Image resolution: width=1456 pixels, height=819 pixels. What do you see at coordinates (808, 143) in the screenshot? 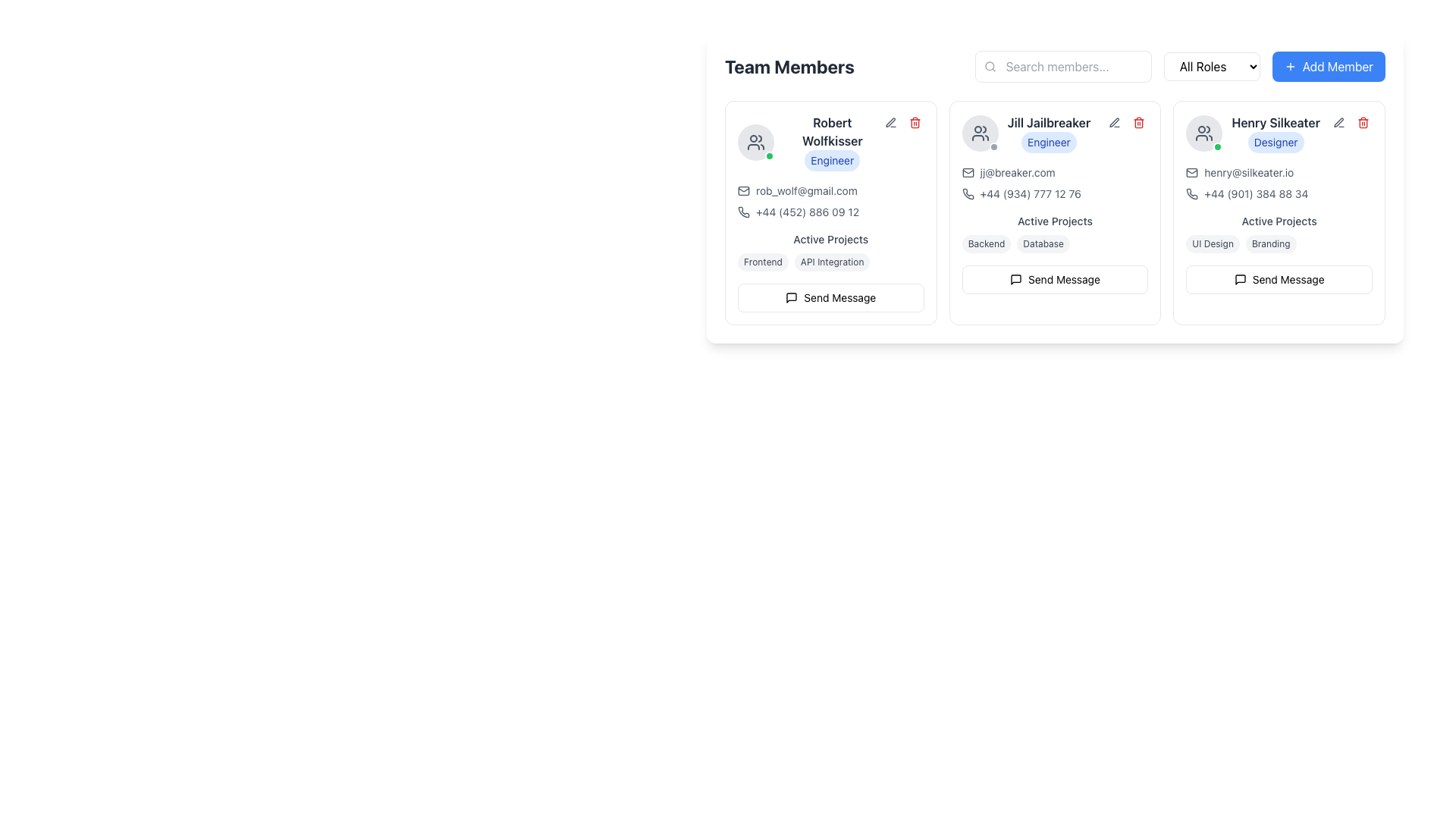
I see `text from the Profile information display containing 'Robert Wolfkisser' and the label 'Engineer' located in the first card of the 'Team Members' section` at bounding box center [808, 143].